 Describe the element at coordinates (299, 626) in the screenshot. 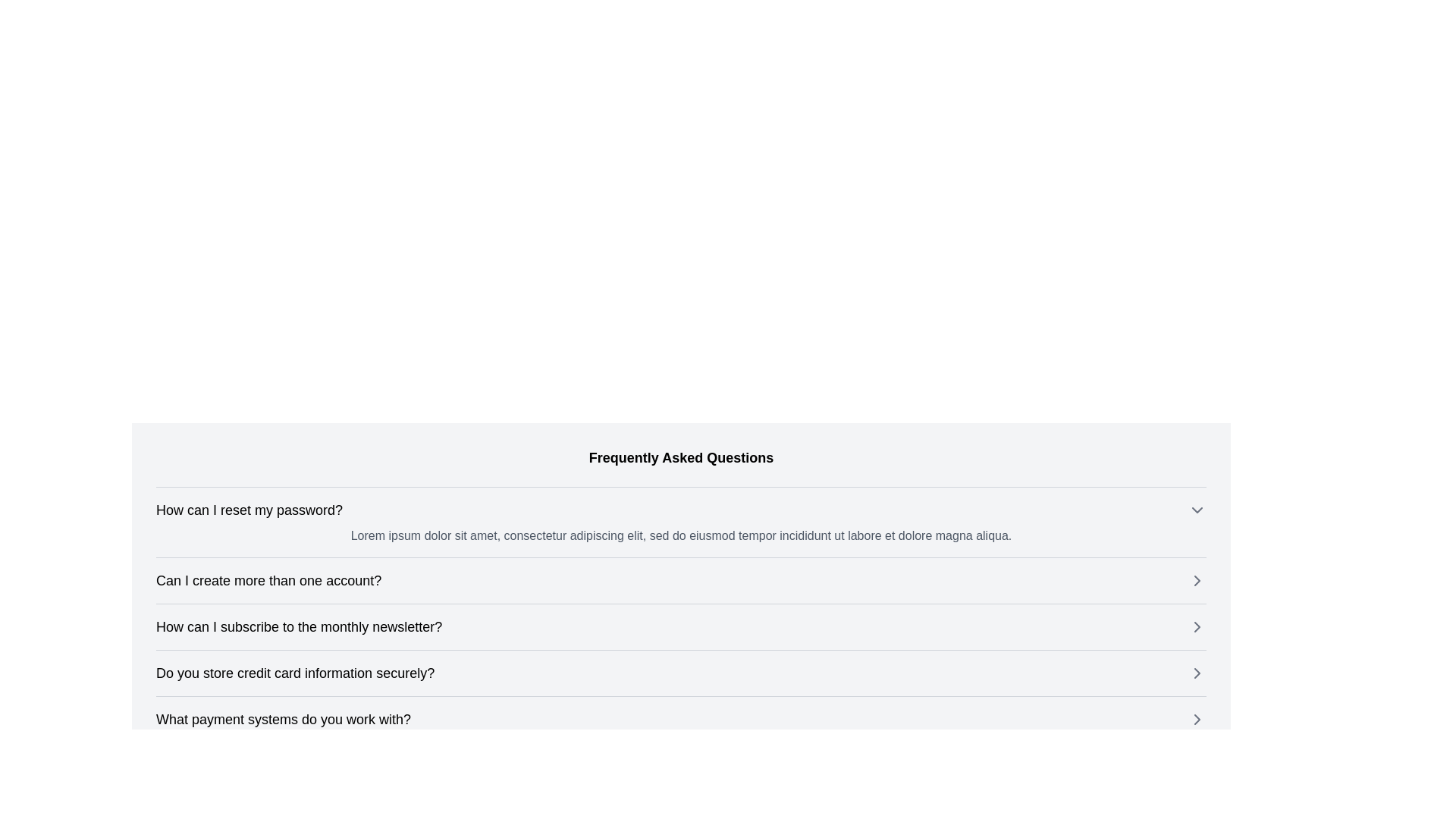

I see `the Text Label in the third row of the FAQ section that represents a question and prompts user interaction` at that location.